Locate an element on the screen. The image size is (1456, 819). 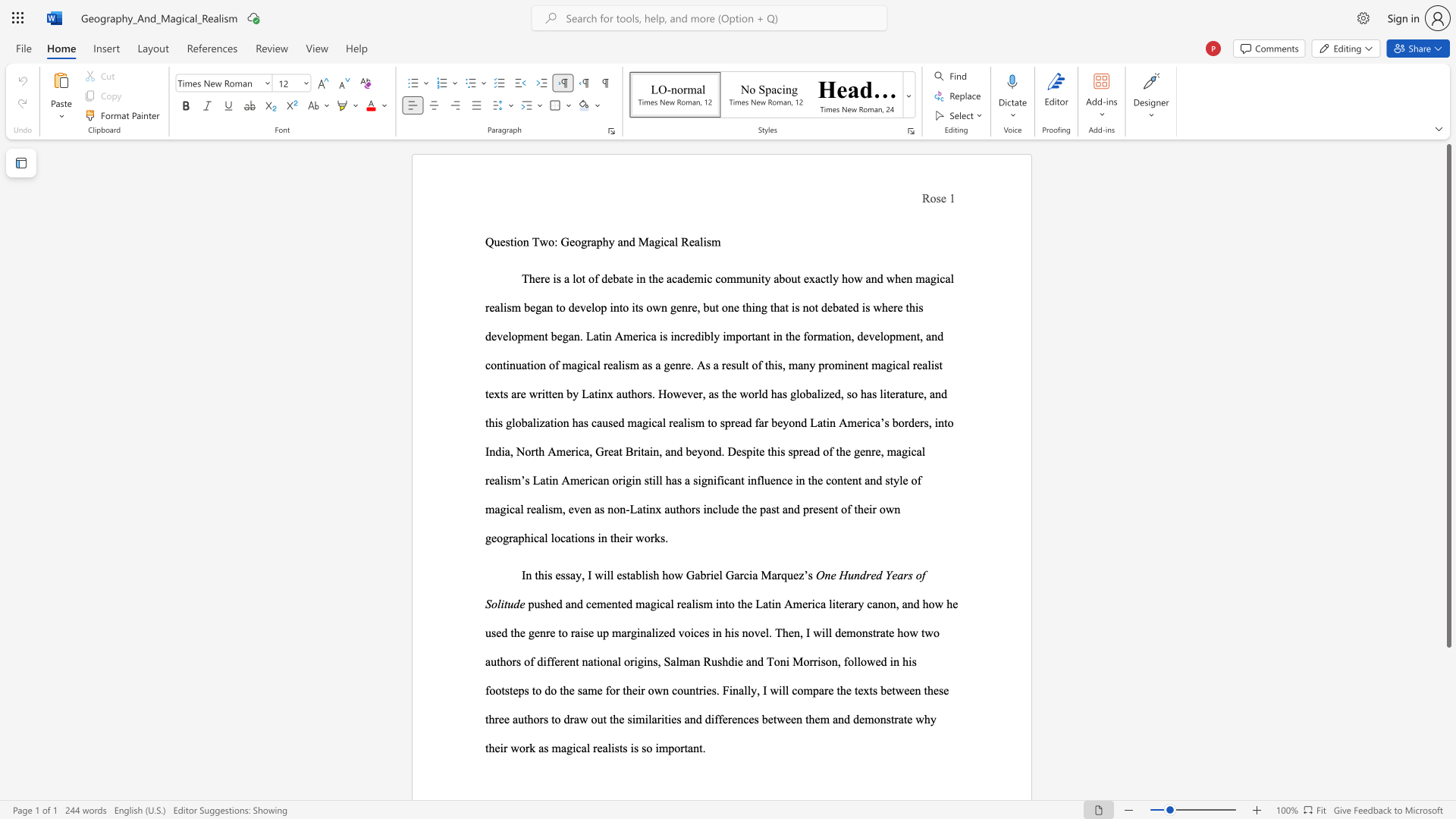
the vertical scrollbar to lower the page content is located at coordinates (1448, 751).